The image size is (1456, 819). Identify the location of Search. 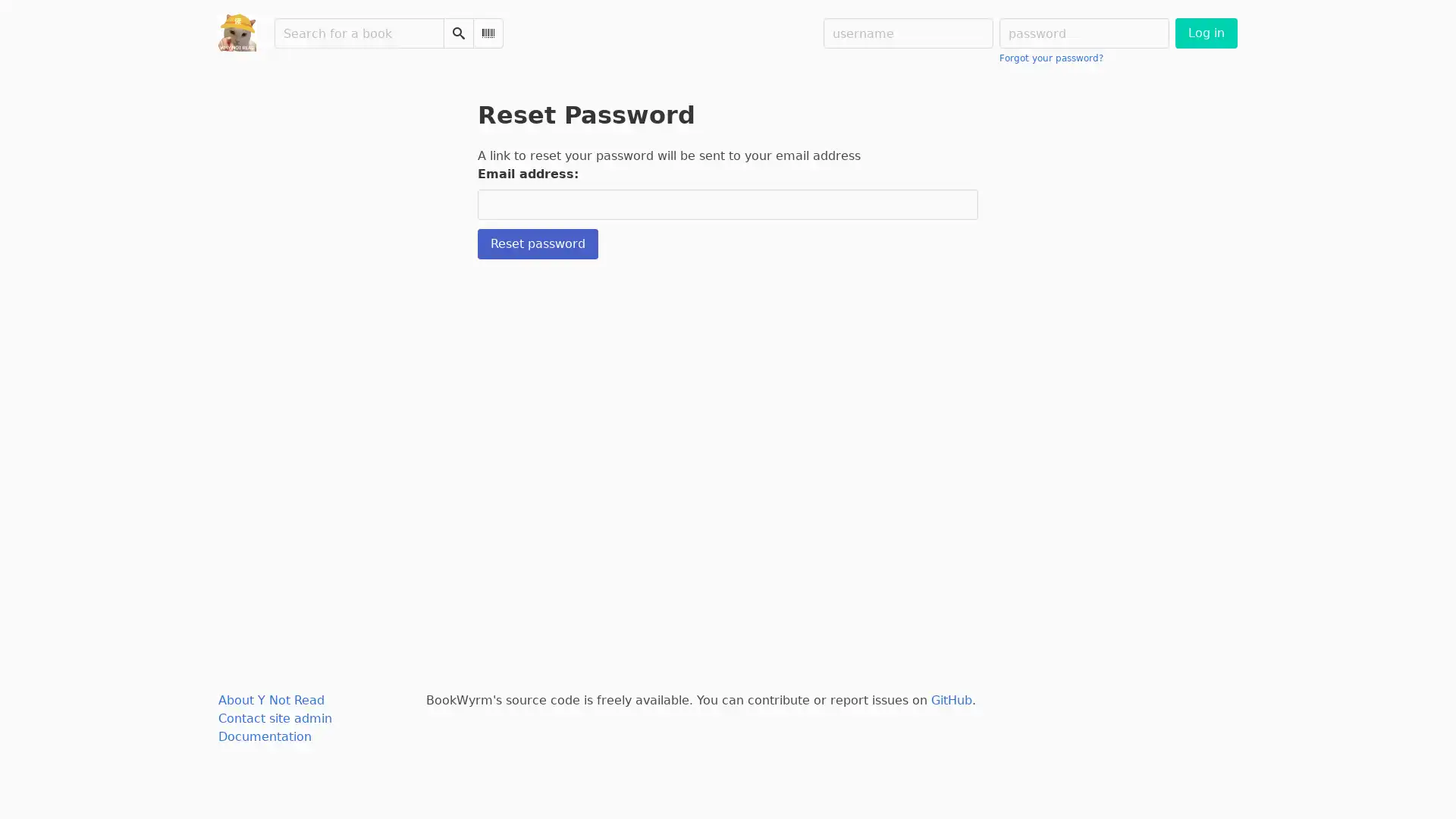
(457, 33).